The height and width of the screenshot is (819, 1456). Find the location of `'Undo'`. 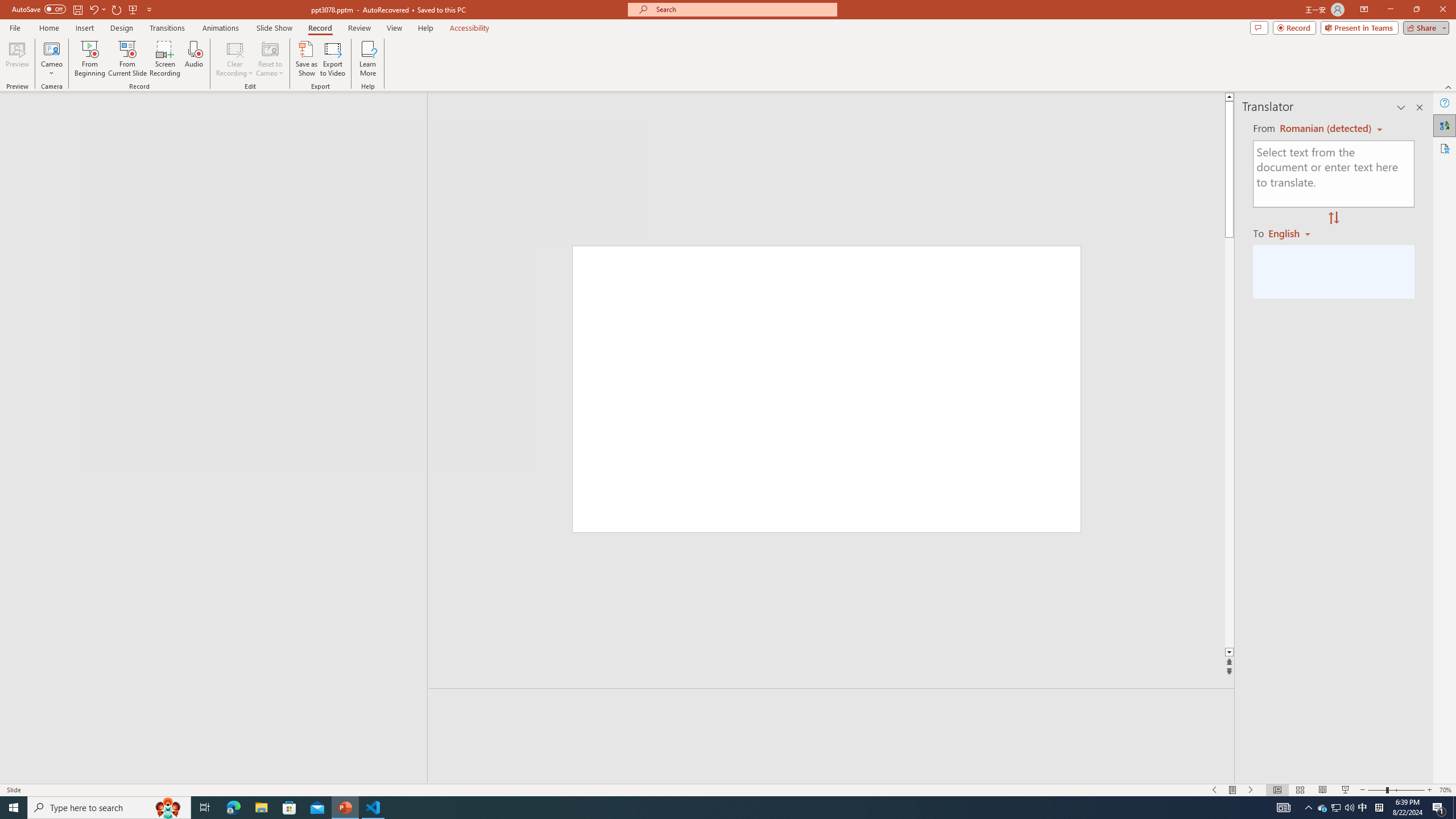

'Undo' is located at coordinates (97, 9).